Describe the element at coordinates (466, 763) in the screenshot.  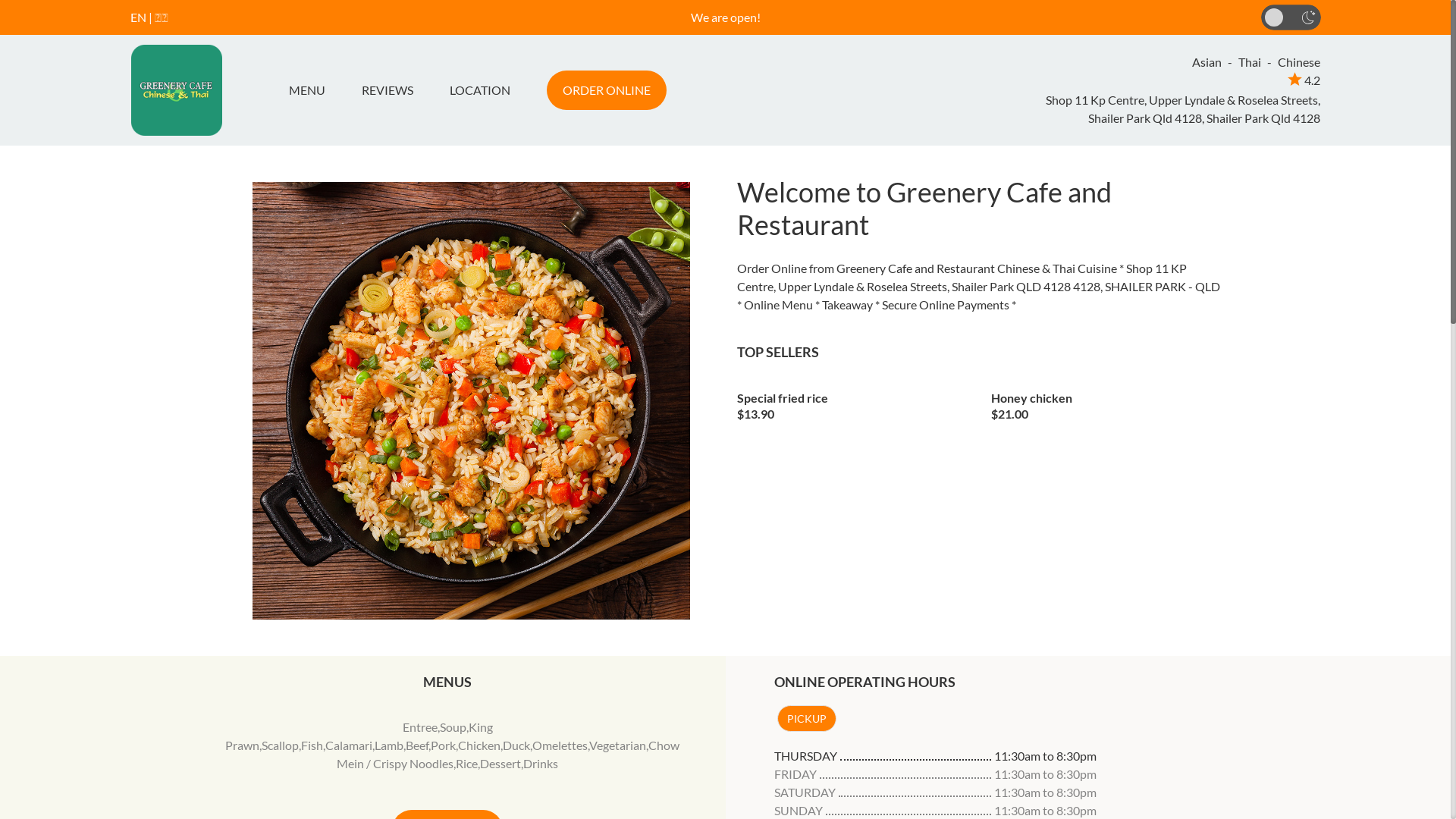
I see `'Rice'` at that location.